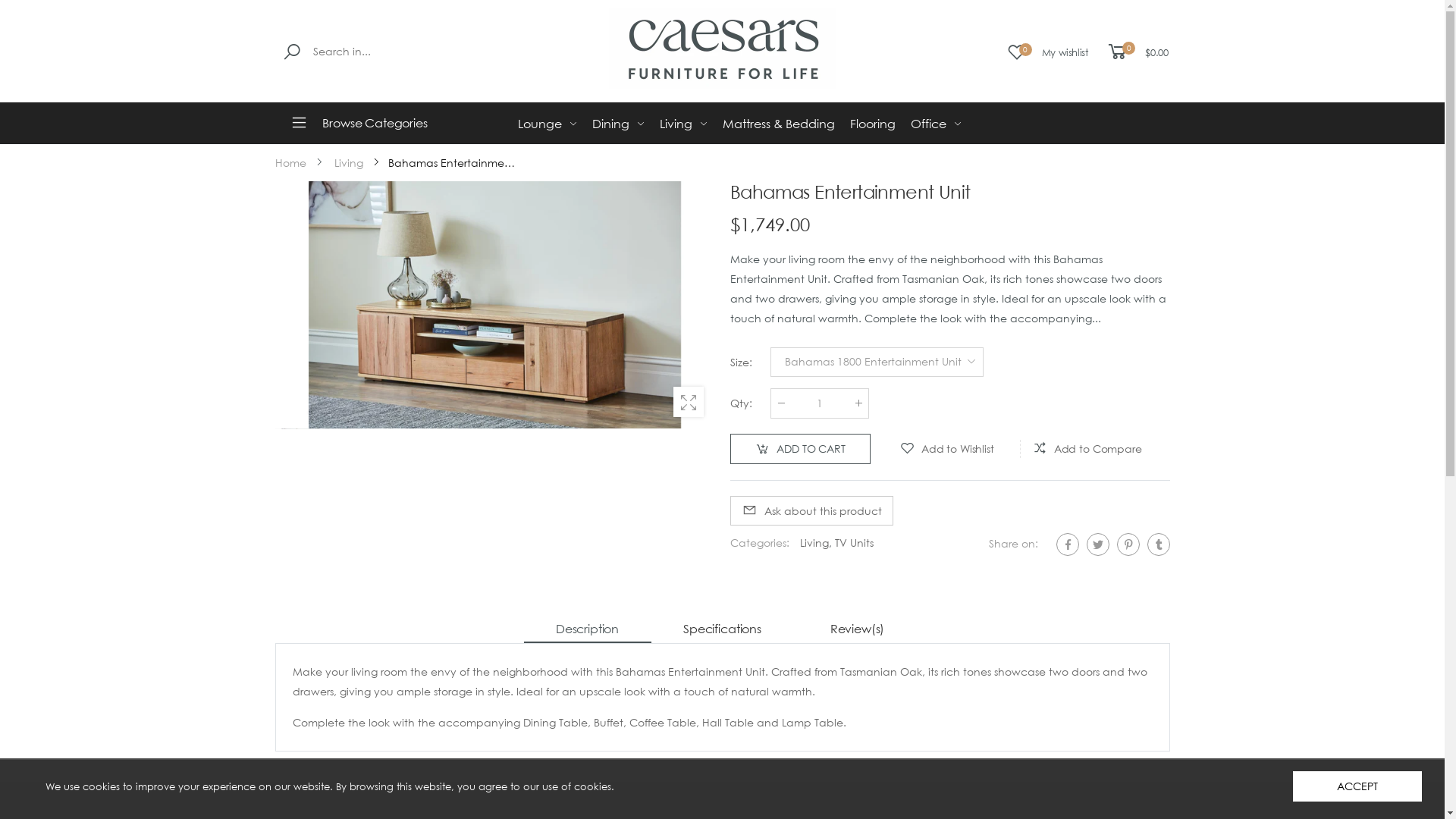 The height and width of the screenshot is (819, 1456). What do you see at coordinates (720, 629) in the screenshot?
I see `'Specifications'` at bounding box center [720, 629].